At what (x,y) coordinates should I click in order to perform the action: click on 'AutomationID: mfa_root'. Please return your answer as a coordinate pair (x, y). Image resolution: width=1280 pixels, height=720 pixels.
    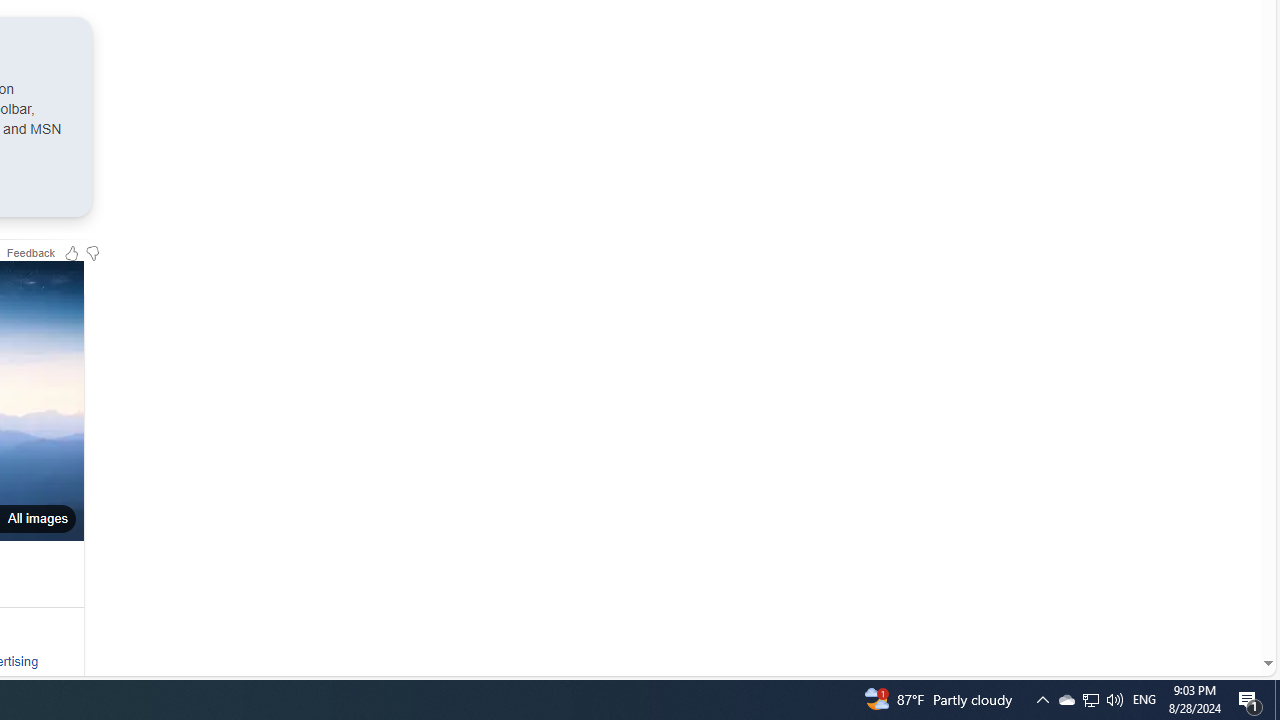
    Looking at the image, I should click on (1192, 602).